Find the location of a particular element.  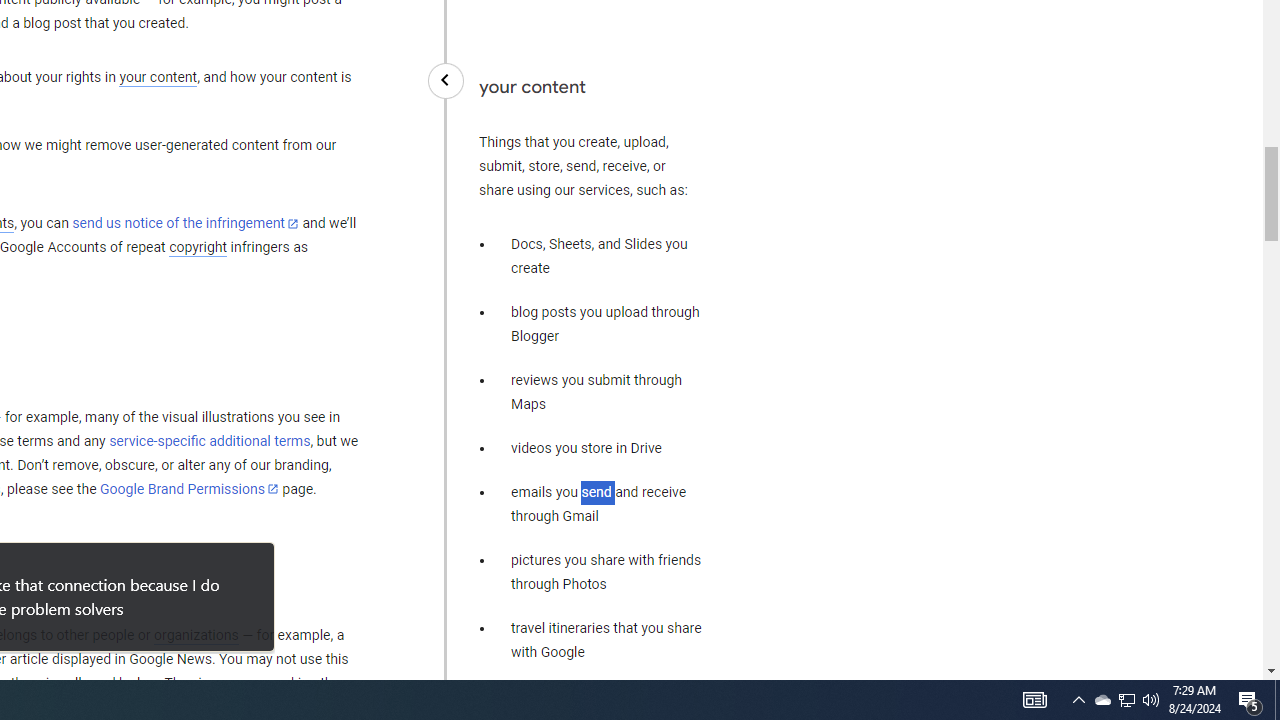

'organizations' is located at coordinates (196, 635).